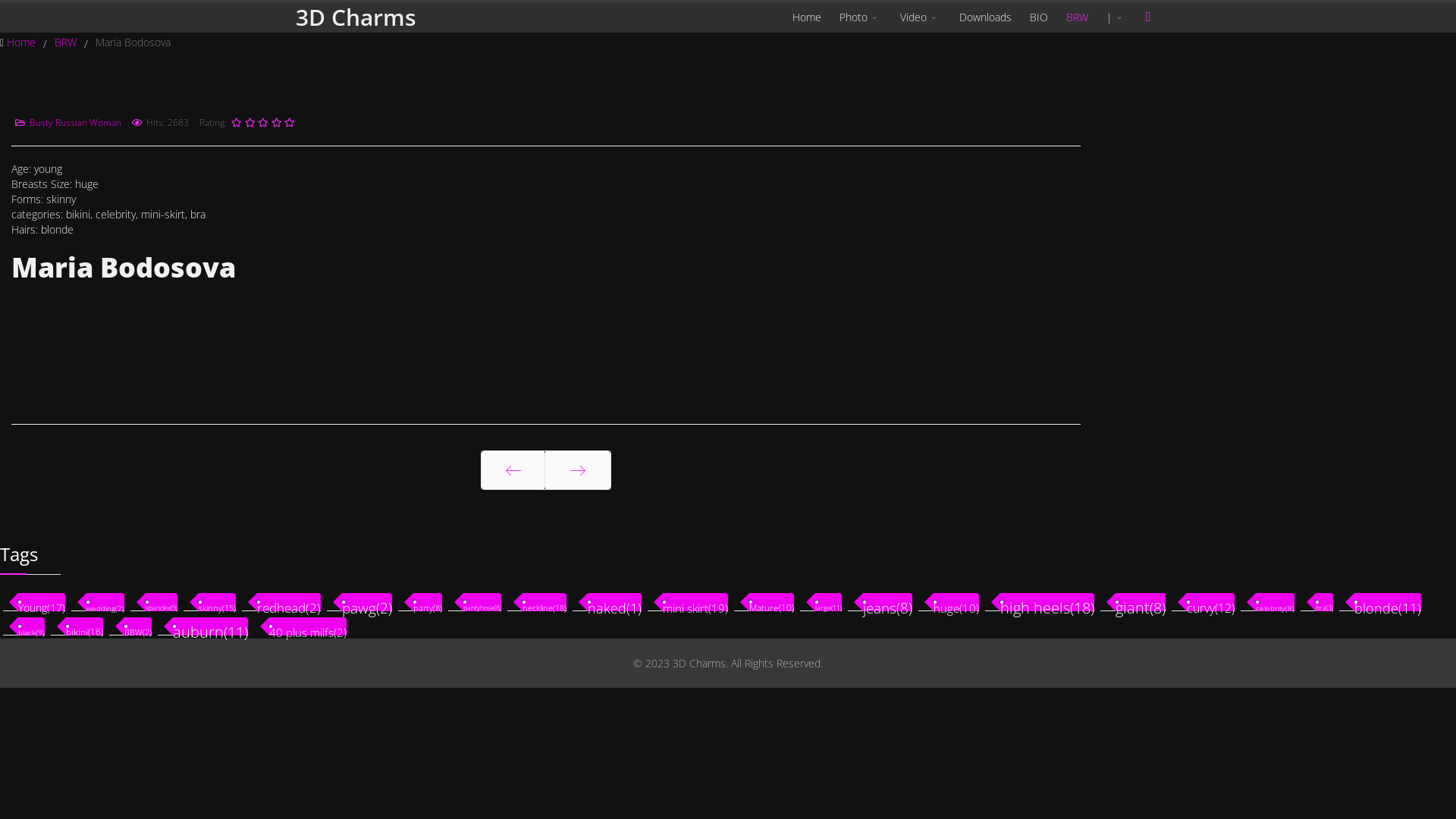 The height and width of the screenshot is (819, 1456). What do you see at coordinates (1387, 601) in the screenshot?
I see `'blonde(11)'` at bounding box center [1387, 601].